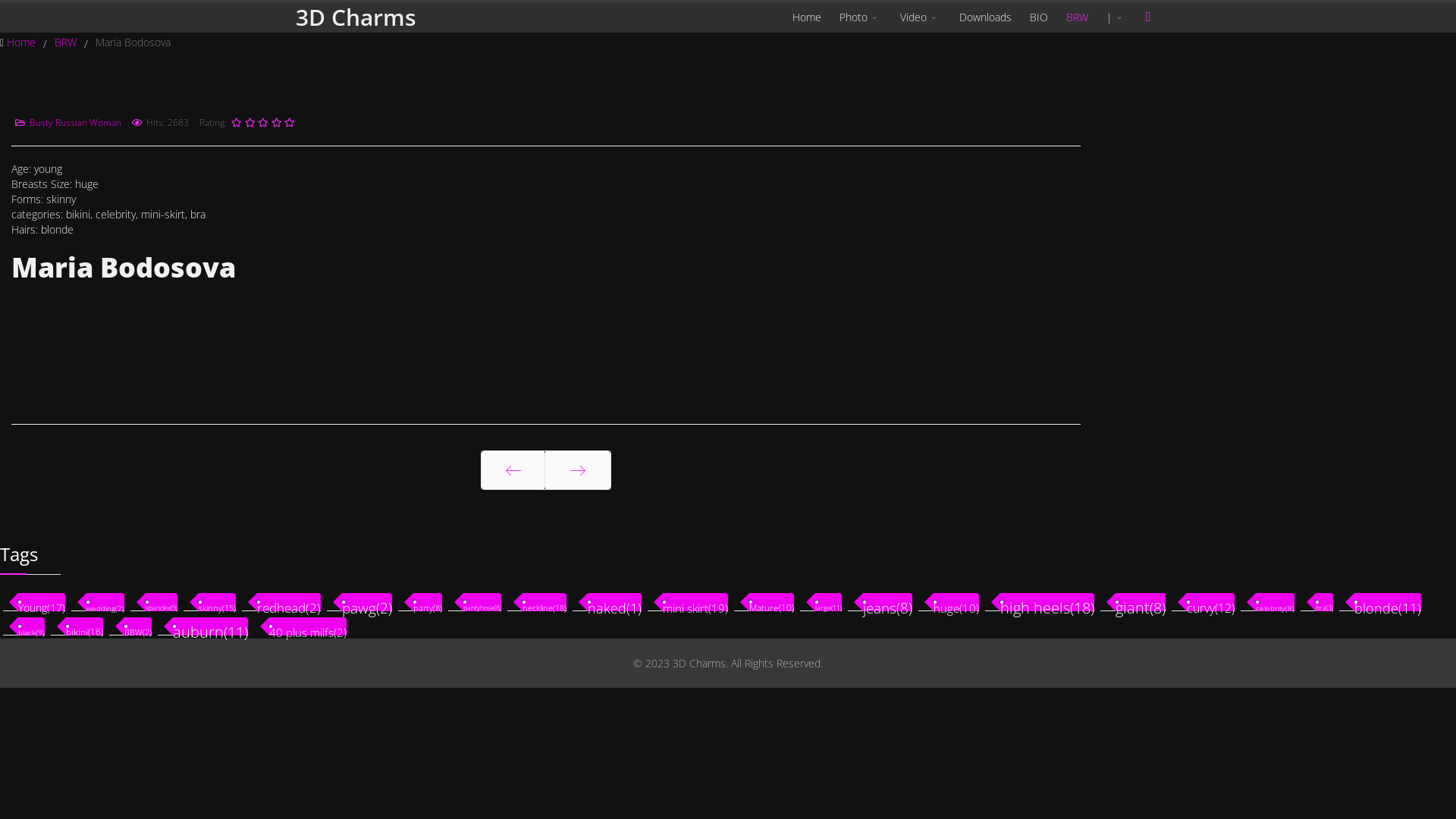 The height and width of the screenshot is (819, 1456). What do you see at coordinates (1387, 601) in the screenshot?
I see `'blonde(11)'` at bounding box center [1387, 601].